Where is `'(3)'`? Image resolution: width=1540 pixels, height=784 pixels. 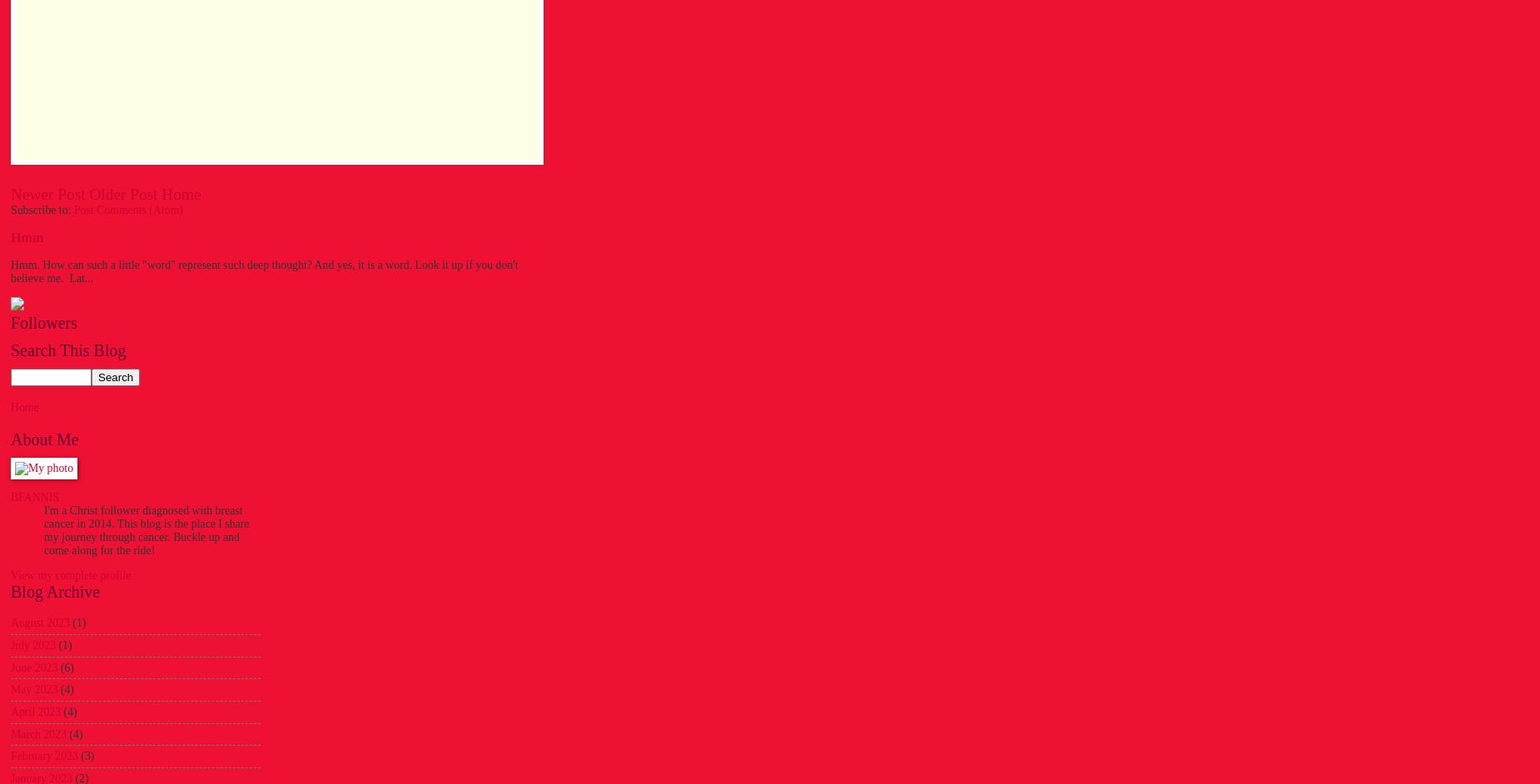
'(3)' is located at coordinates (85, 755).